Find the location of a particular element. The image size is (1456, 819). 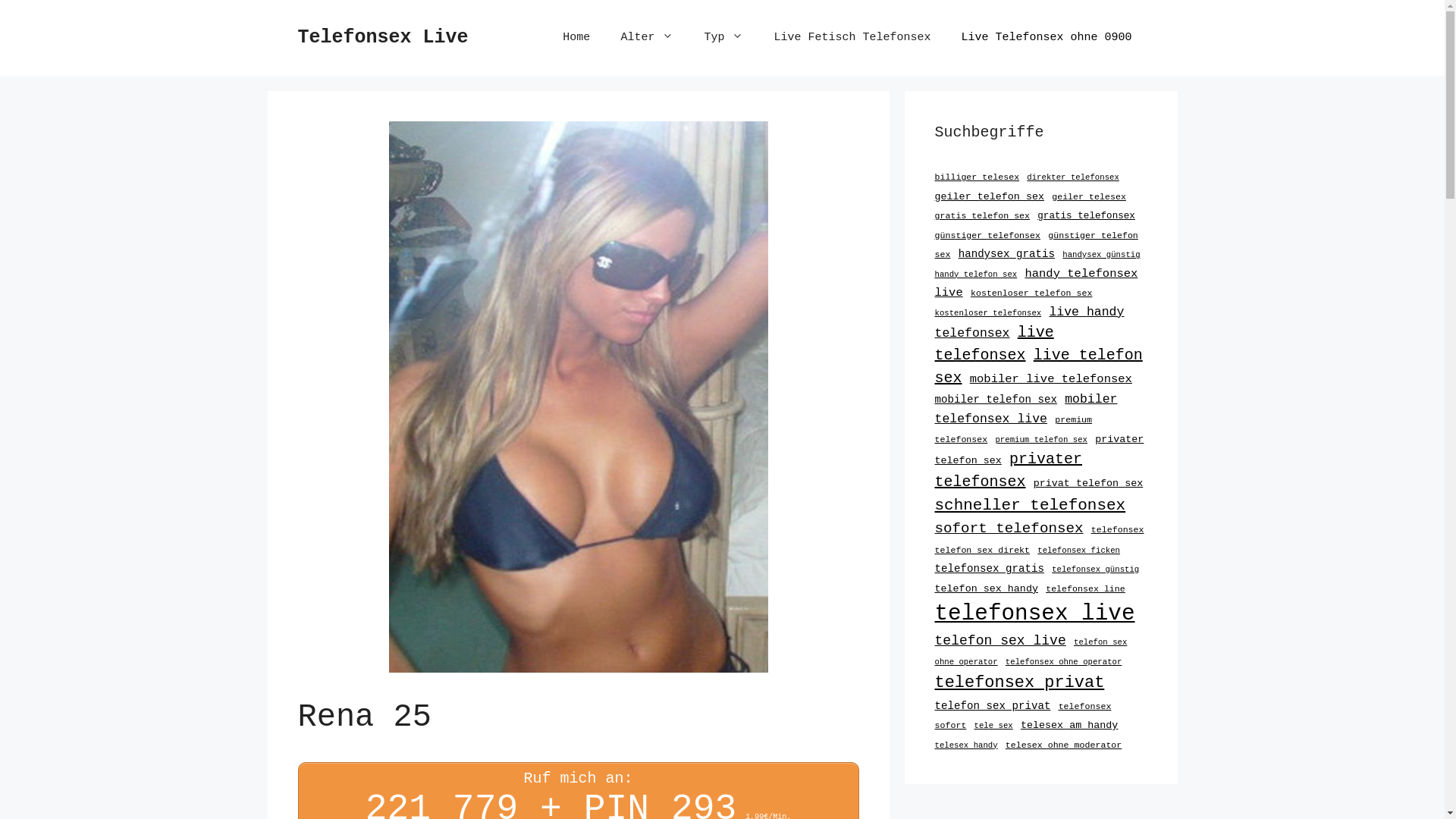

'sofort telefonsex' is located at coordinates (1008, 528).